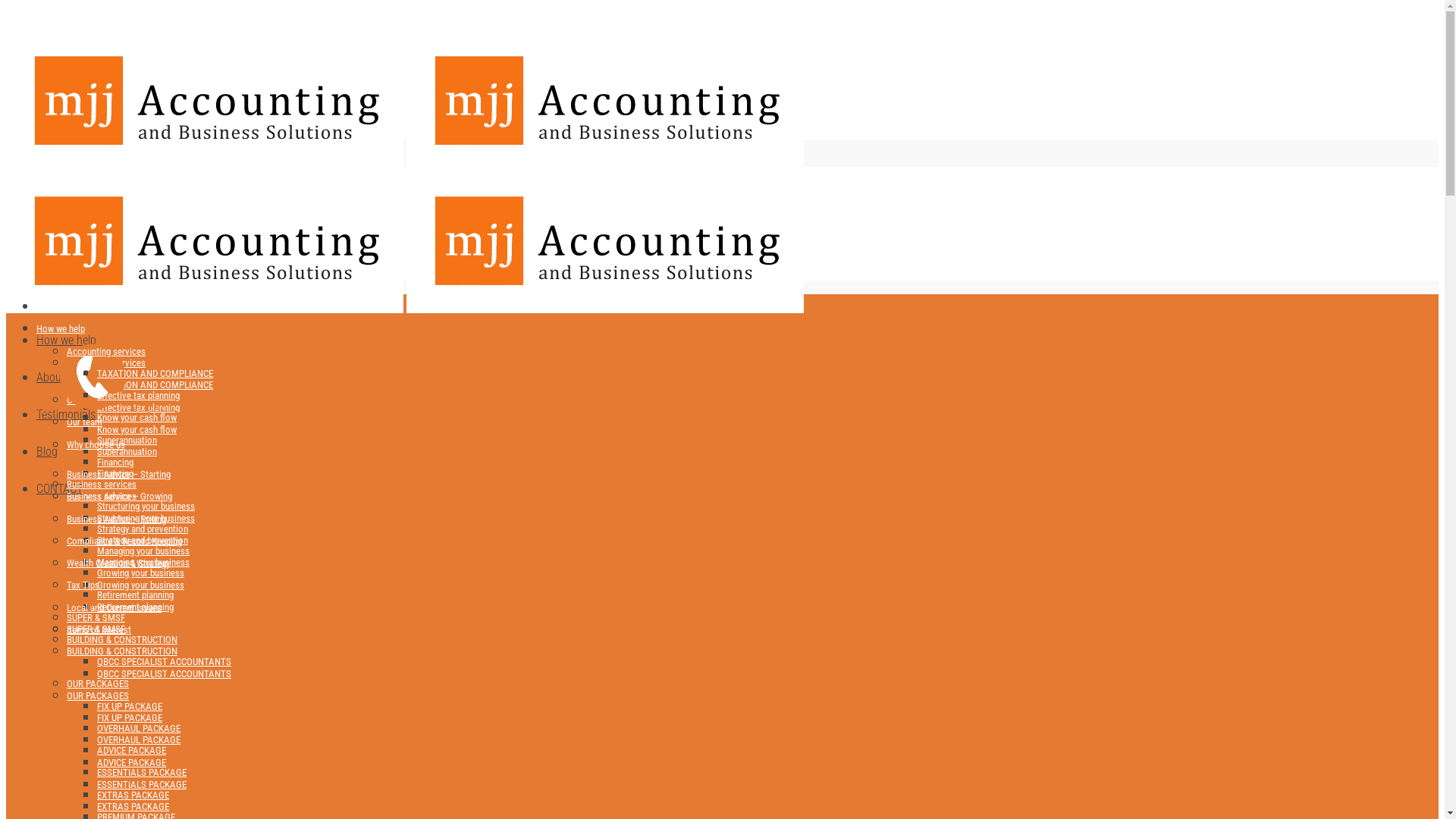 This screenshot has width=1456, height=819. Describe the element at coordinates (135, 594) in the screenshot. I see `'Retirement planning'` at that location.